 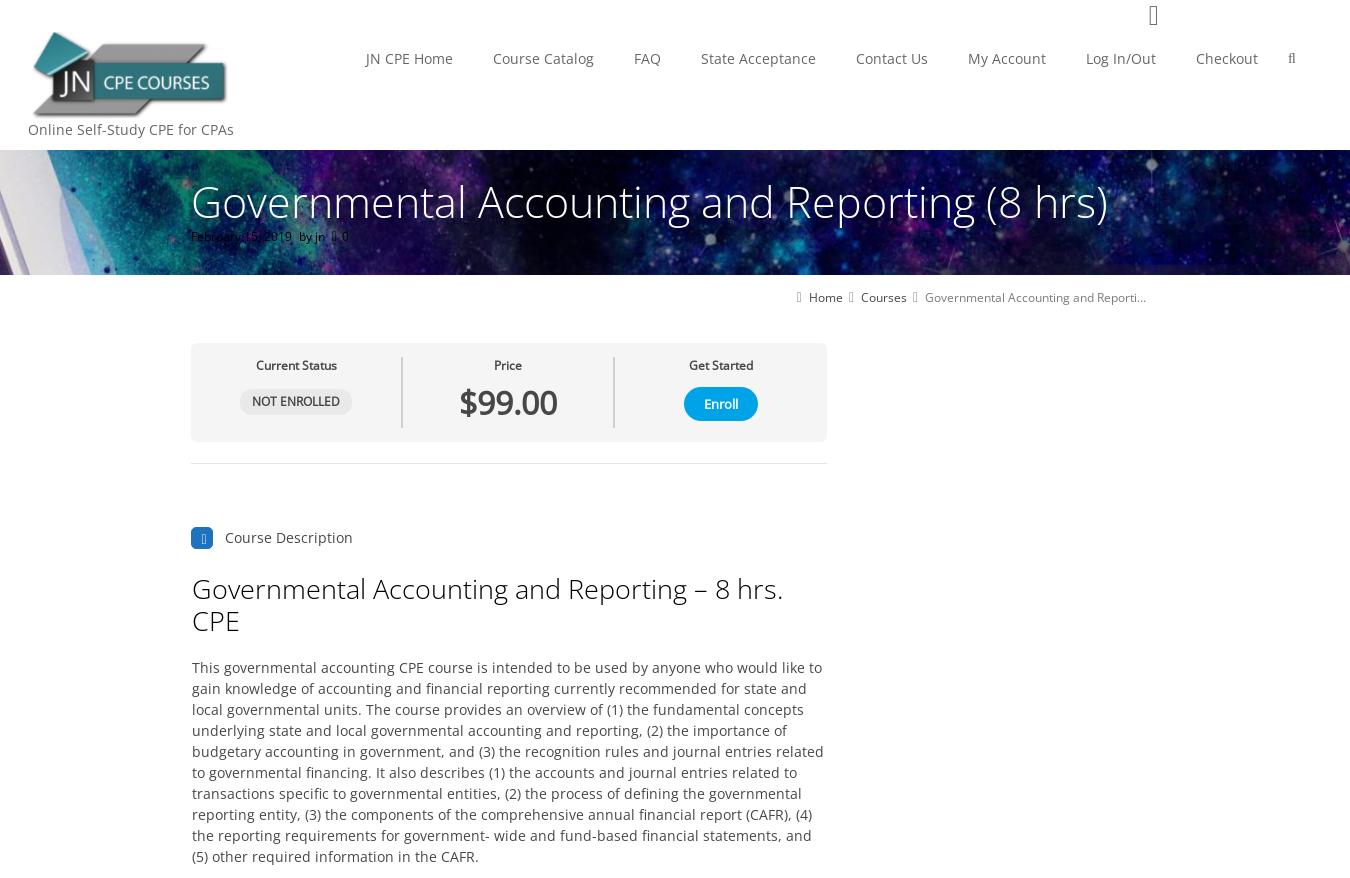 What do you see at coordinates (507, 363) in the screenshot?
I see `'Price'` at bounding box center [507, 363].